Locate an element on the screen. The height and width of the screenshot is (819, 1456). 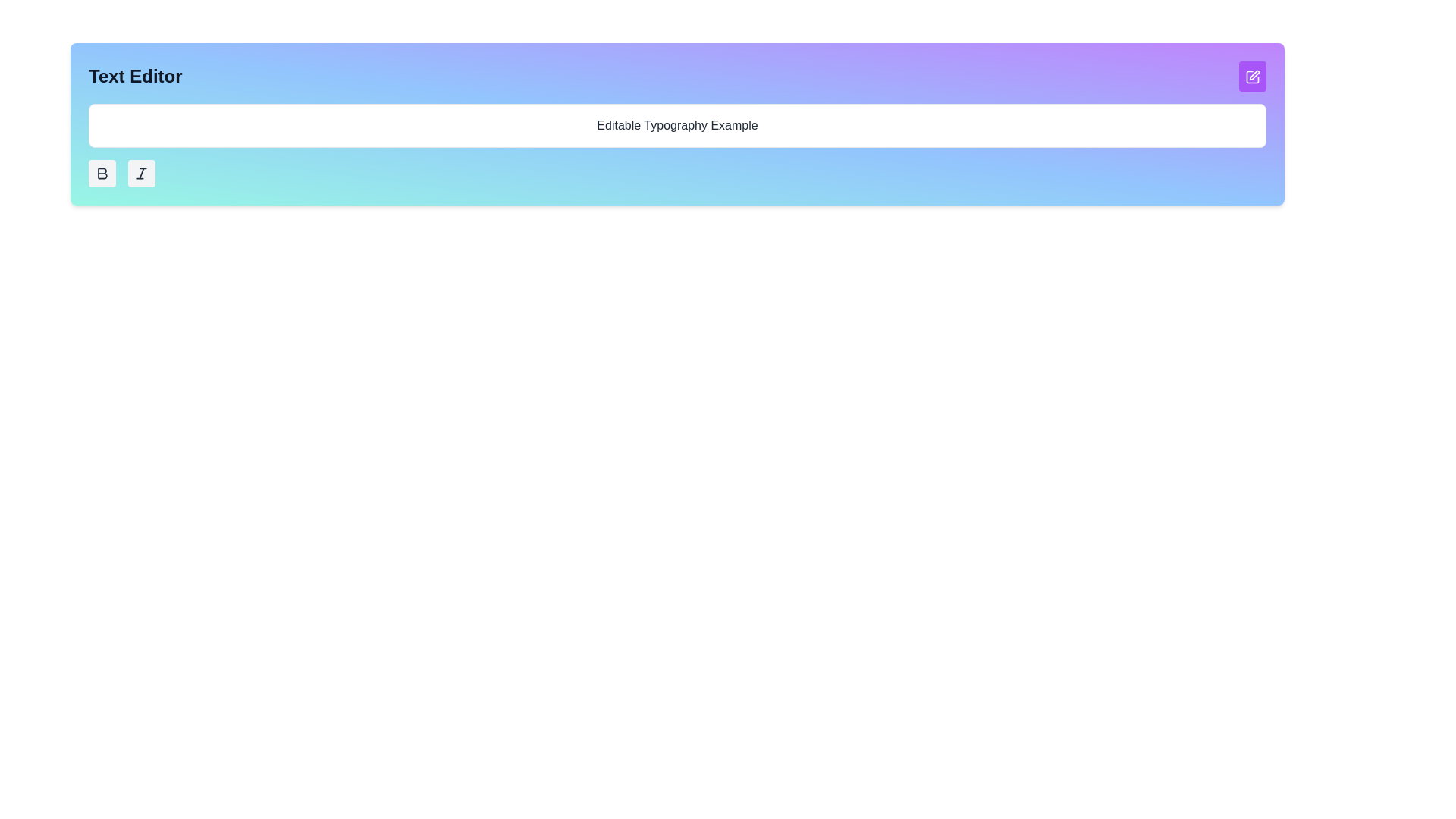
the 'Text Editor' label, which is a bold, large font text in dark gray, located at the upper-left corner of its gradient-colored header is located at coordinates (135, 76).